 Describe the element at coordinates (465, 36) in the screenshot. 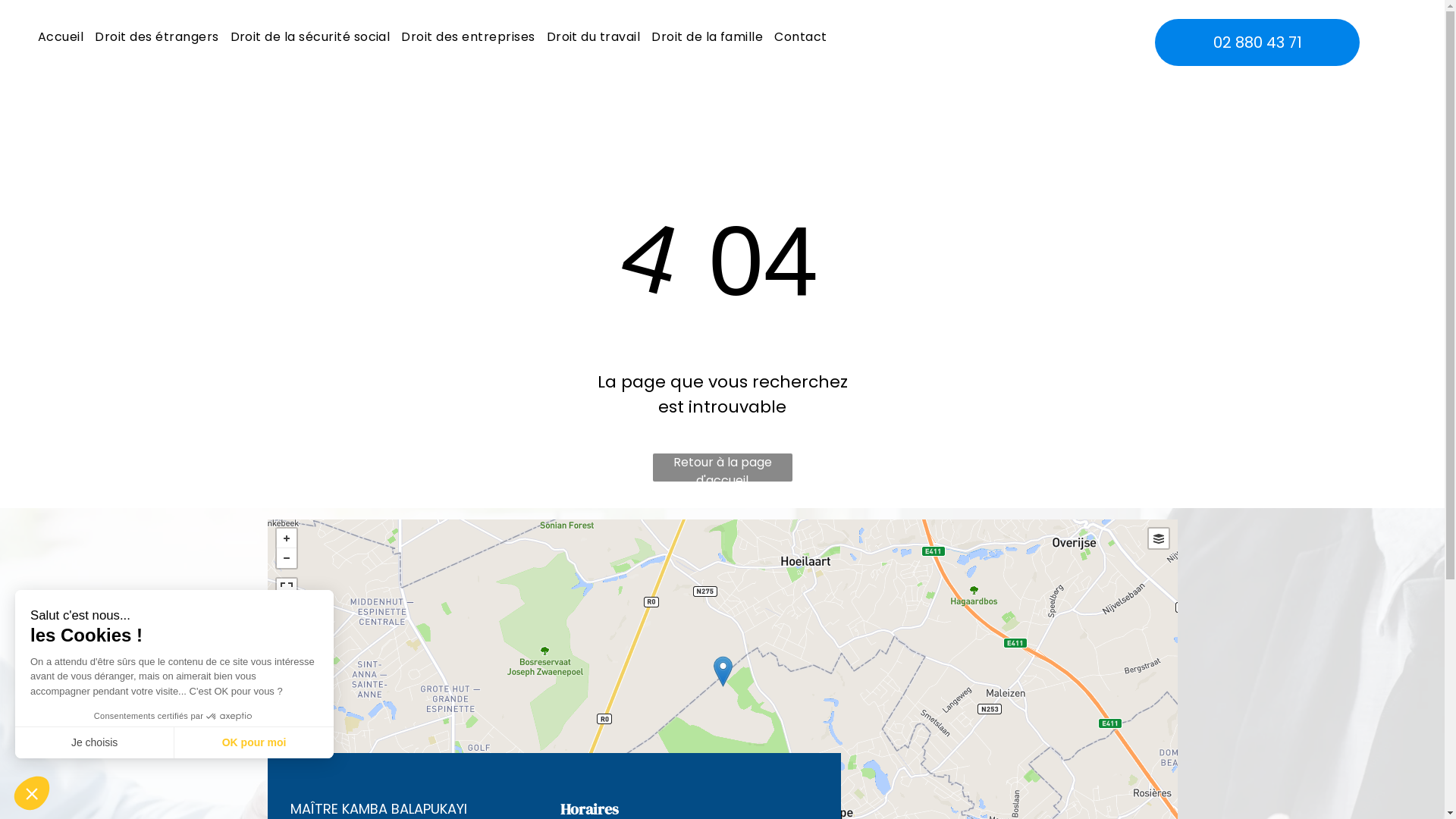

I see `'Droit des entreprises'` at that location.